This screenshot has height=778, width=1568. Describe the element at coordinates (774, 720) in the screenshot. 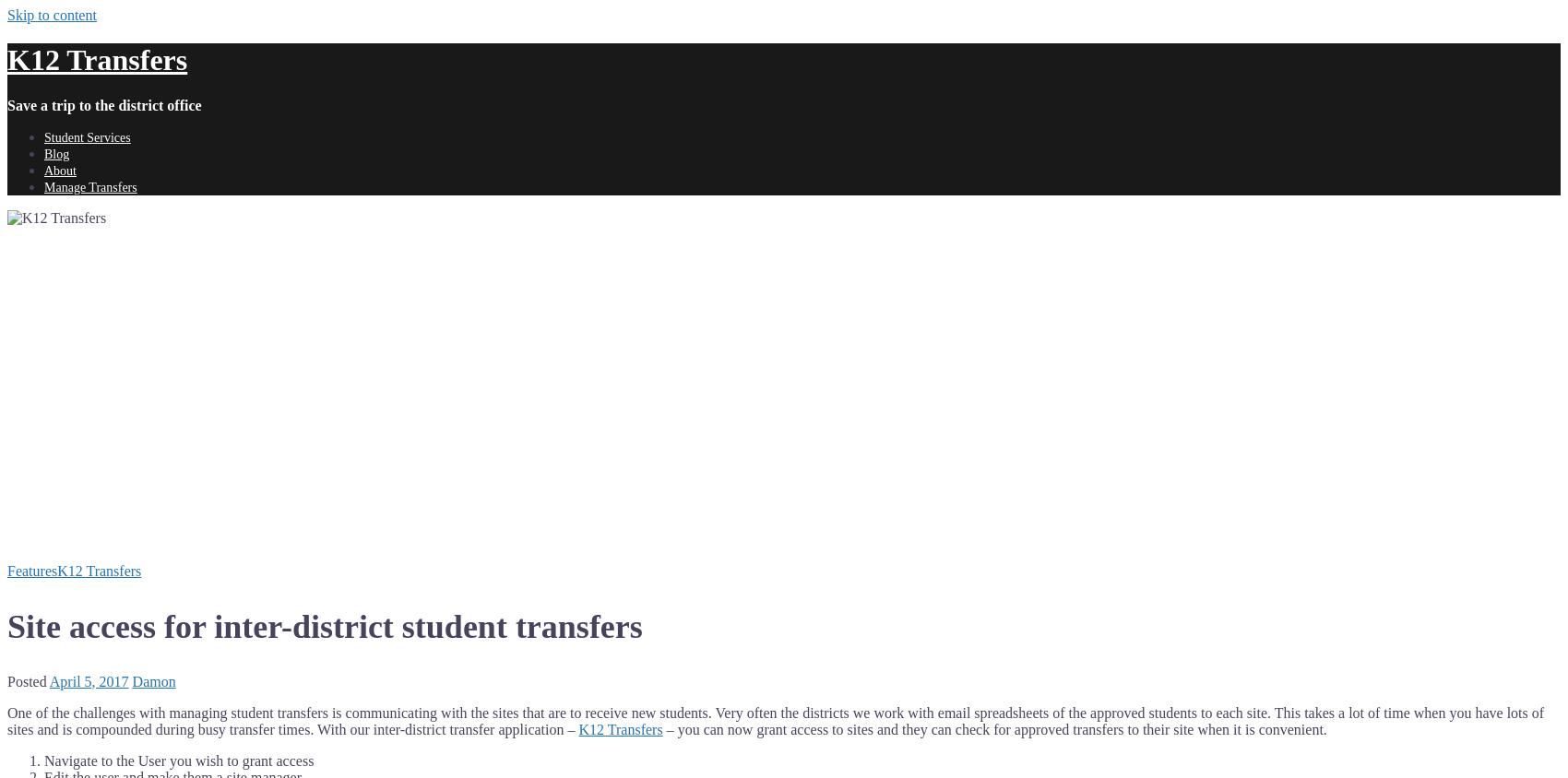

I see `'One of the challenges with managing student transfers is communicating with the sites that are to receive new students. Very often the districts we work with email spreadsheets of the approved students to each site. This takes a lot of time when you have lots of sites and is compounded during busy transfer times. With our inter-district transfer application –'` at that location.